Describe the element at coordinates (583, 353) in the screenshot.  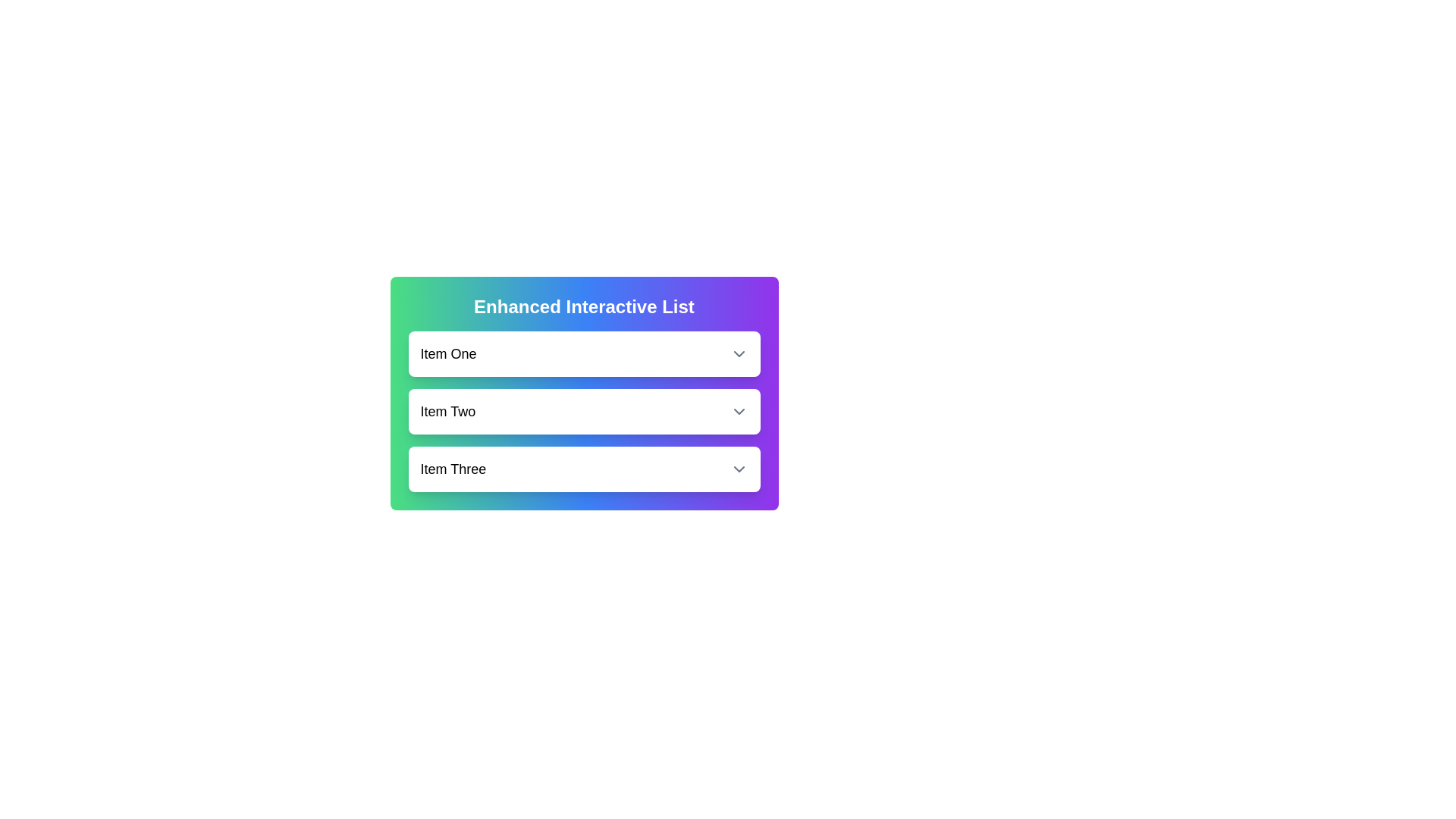
I see `the dropdown list item labeled 'Item One'` at that location.